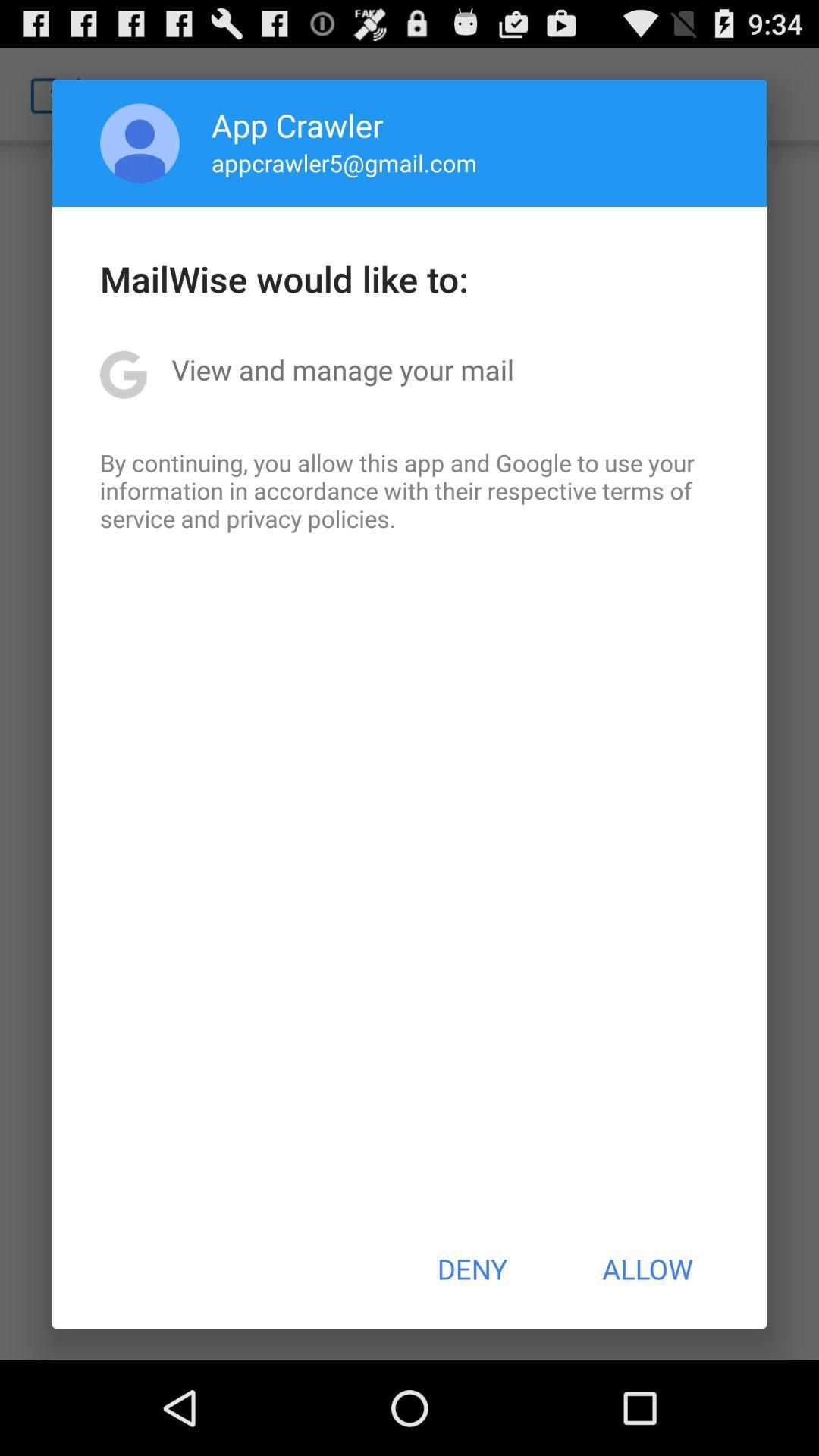 The height and width of the screenshot is (1456, 819). What do you see at coordinates (344, 162) in the screenshot?
I see `appcrawler5@gmail.com` at bounding box center [344, 162].